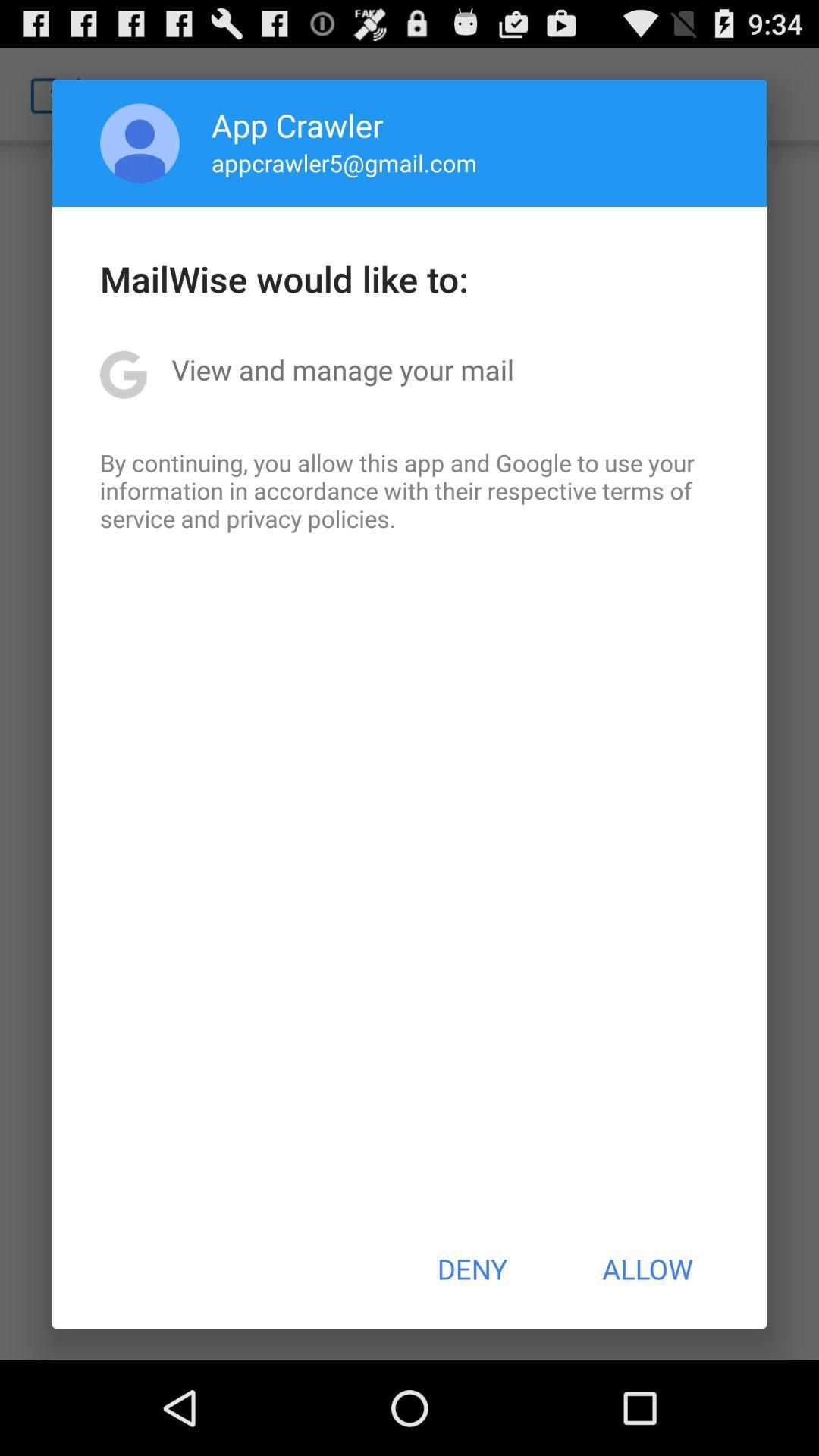 The height and width of the screenshot is (1456, 819). What do you see at coordinates (344, 162) in the screenshot?
I see `appcrawler5@gmail.com` at bounding box center [344, 162].